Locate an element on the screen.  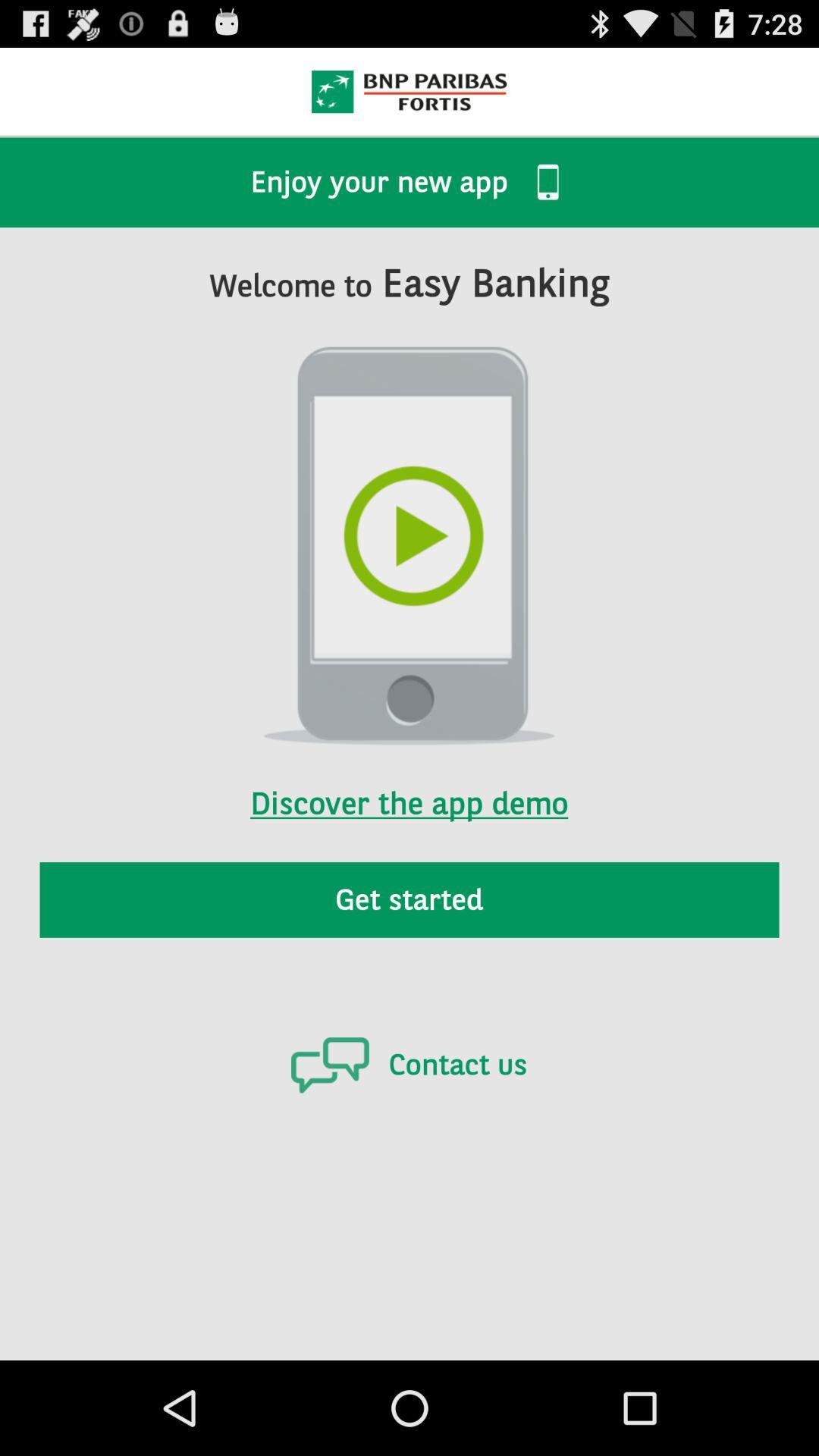
icon above contact us is located at coordinates (409, 899).